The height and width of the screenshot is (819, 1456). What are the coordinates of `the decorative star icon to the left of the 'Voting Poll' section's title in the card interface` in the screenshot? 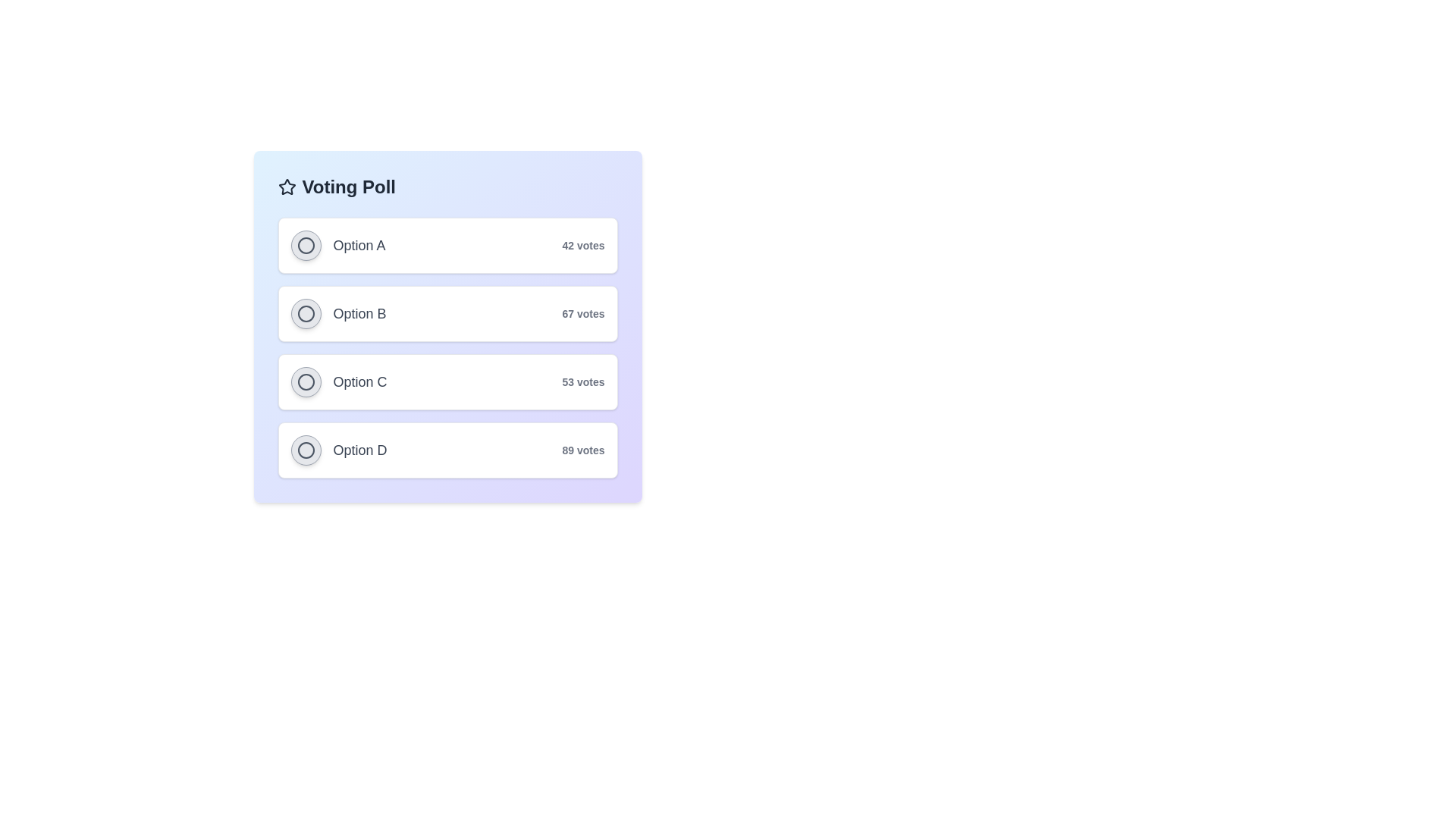 It's located at (287, 186).